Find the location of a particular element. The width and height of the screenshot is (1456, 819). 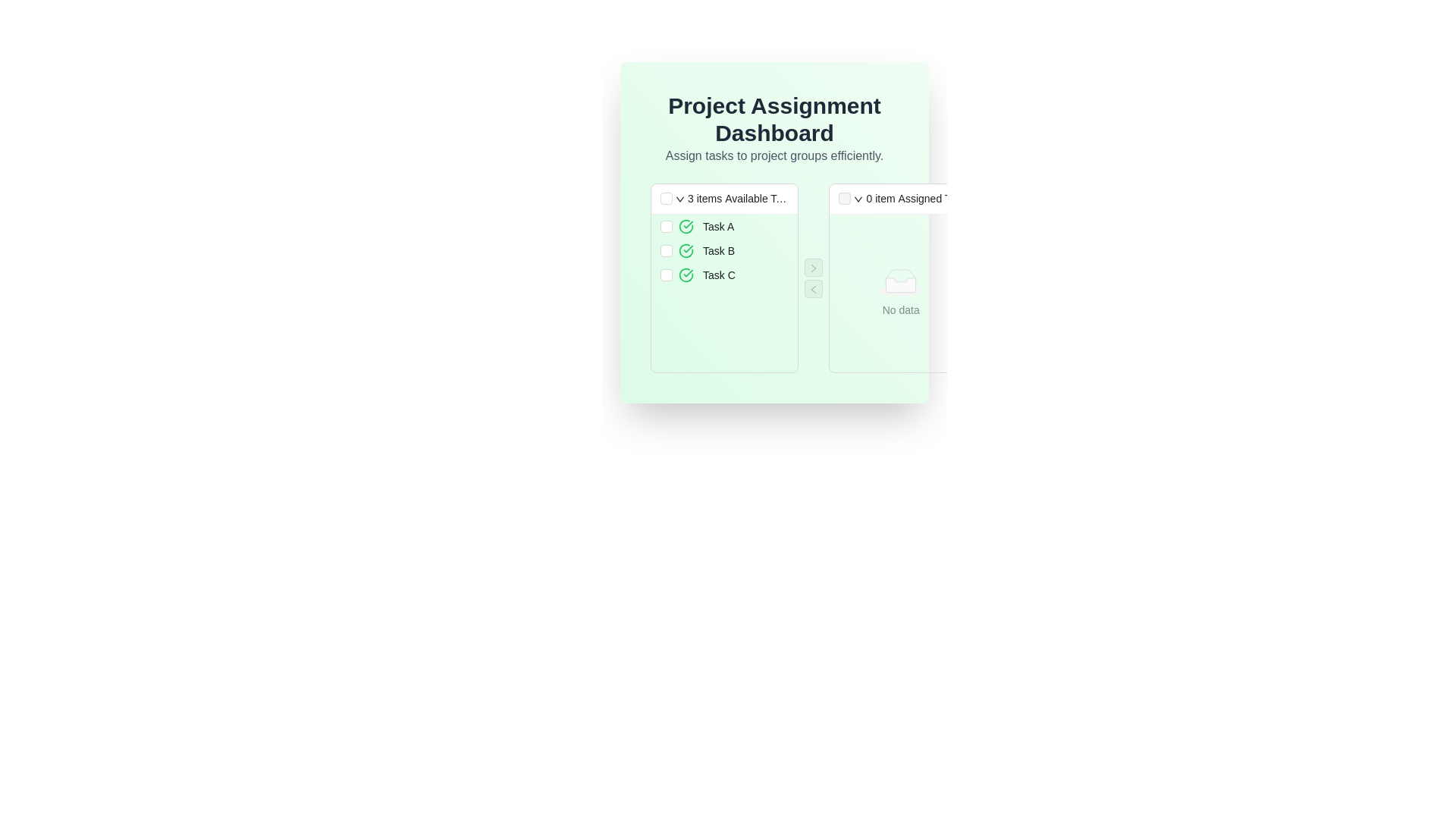

the checkbox of the second task item in the interactive list, located below 'Task A' and above 'Task C' is located at coordinates (723, 250).